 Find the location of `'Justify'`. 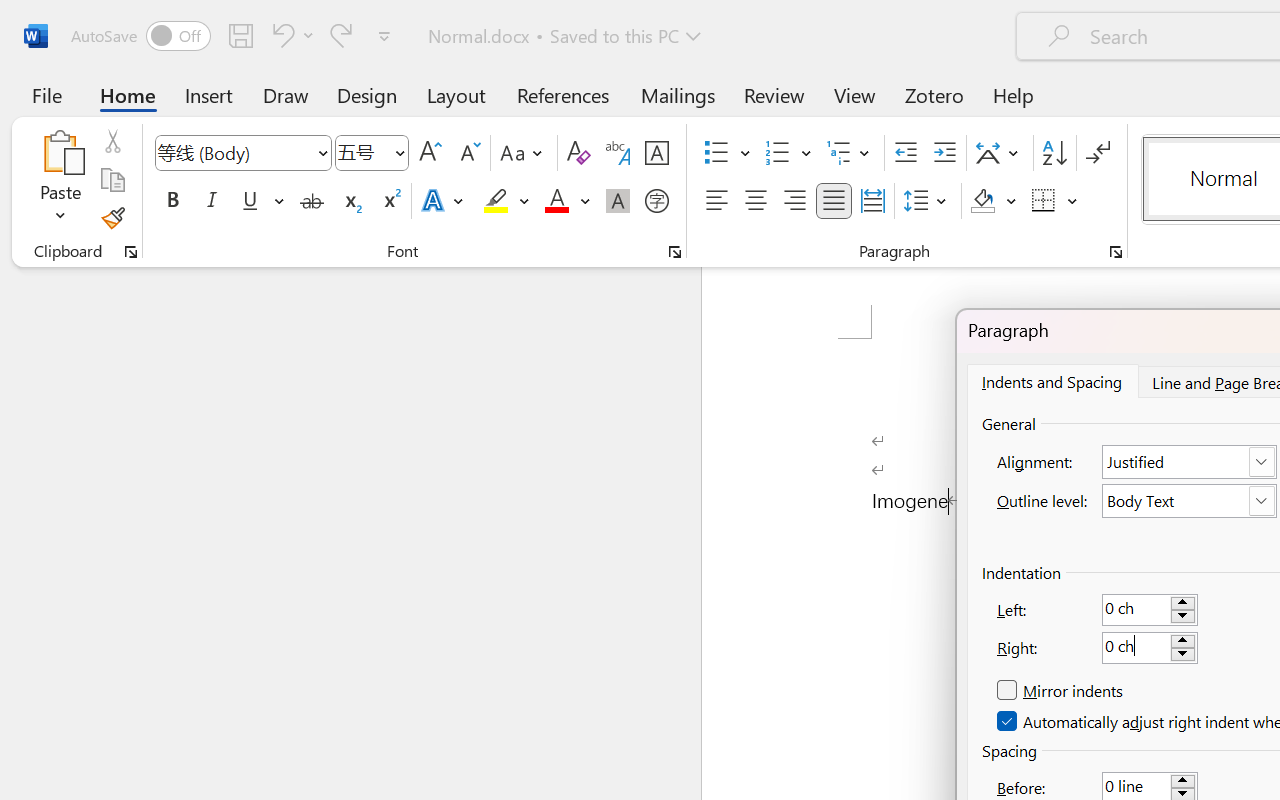

'Justify' is located at coordinates (834, 201).